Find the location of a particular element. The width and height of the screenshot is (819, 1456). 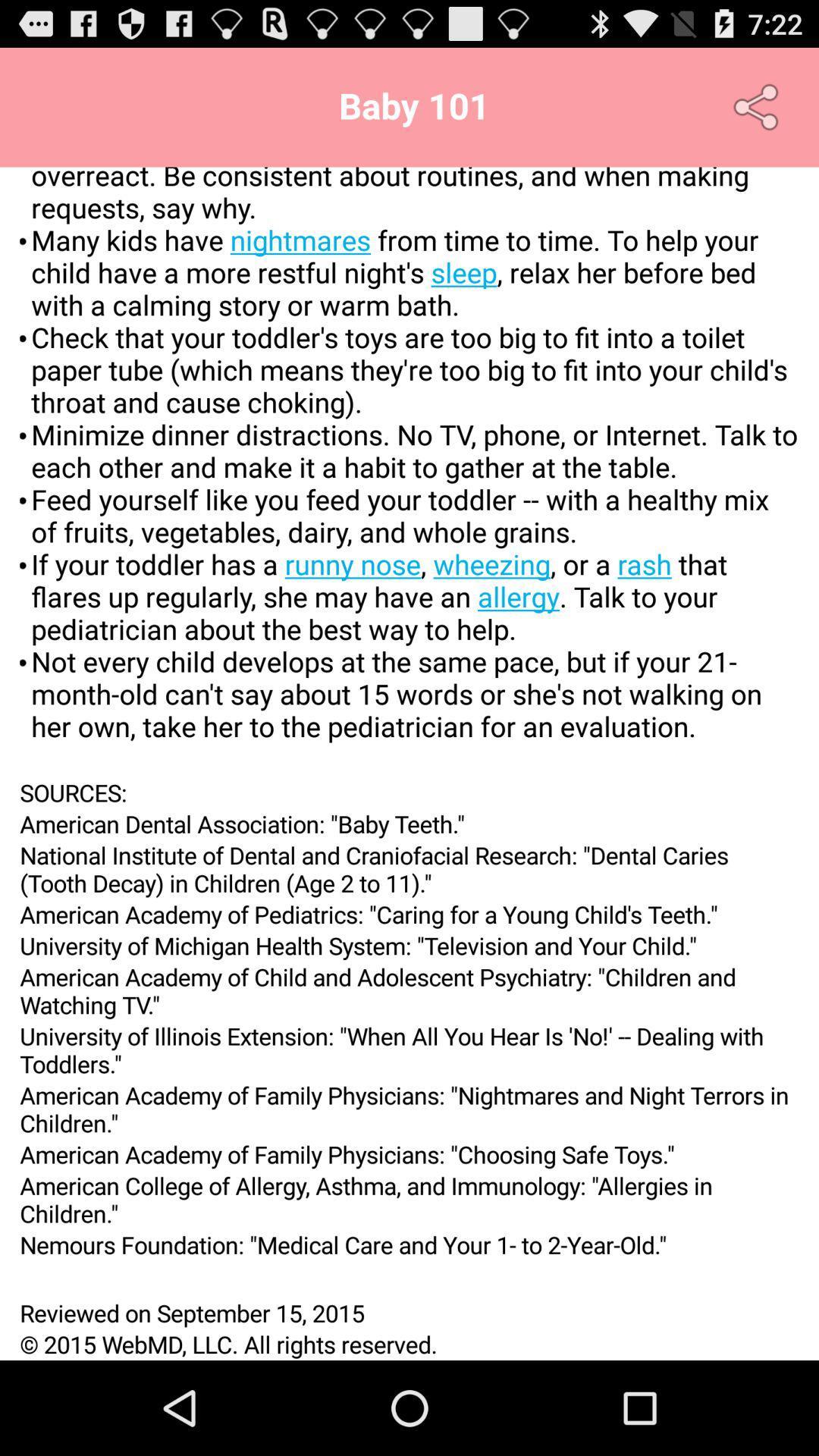

nemours foundation medical is located at coordinates (409, 1244).